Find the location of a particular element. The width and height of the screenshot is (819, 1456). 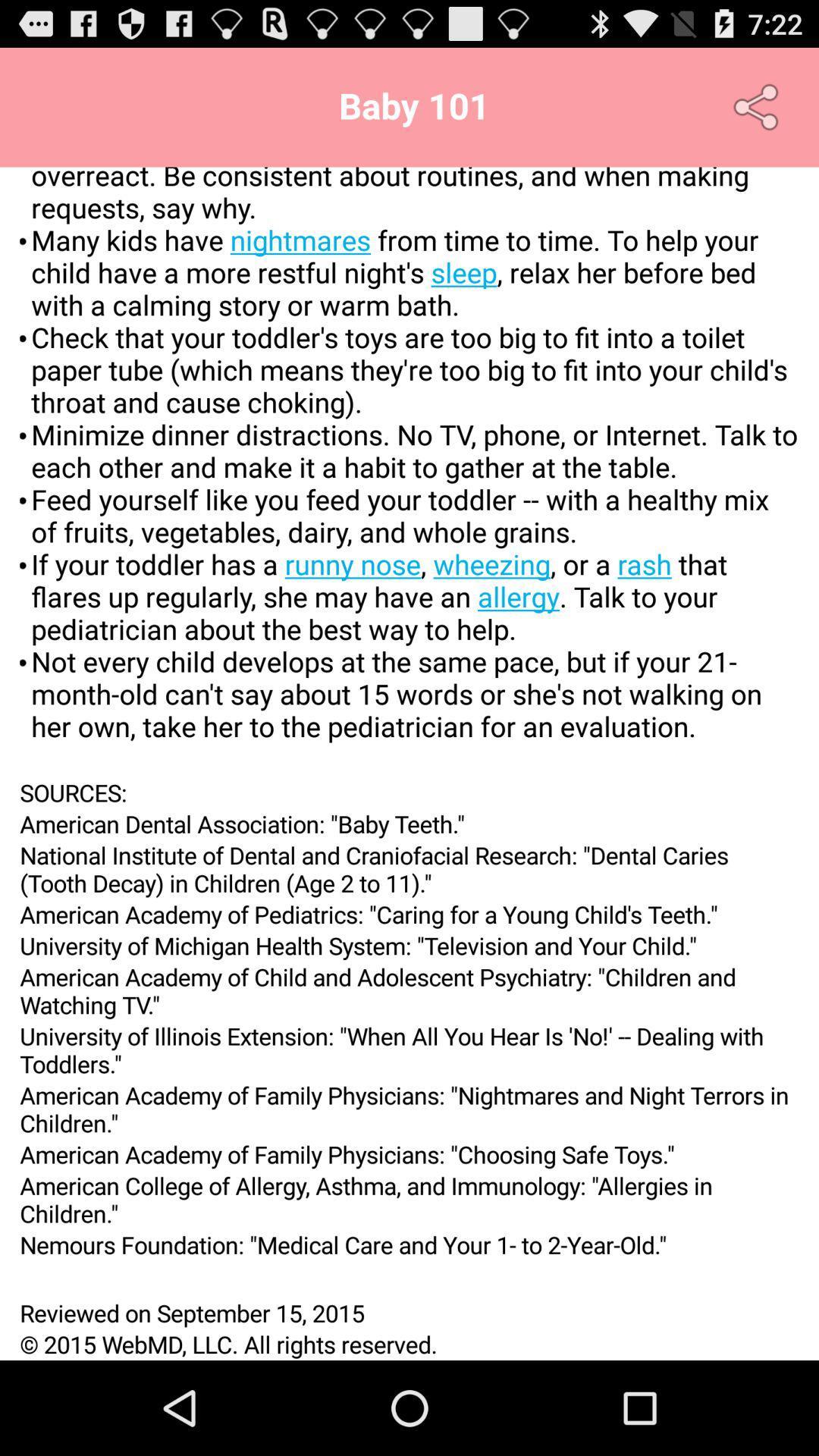

nemours foundation medical is located at coordinates (409, 1244).